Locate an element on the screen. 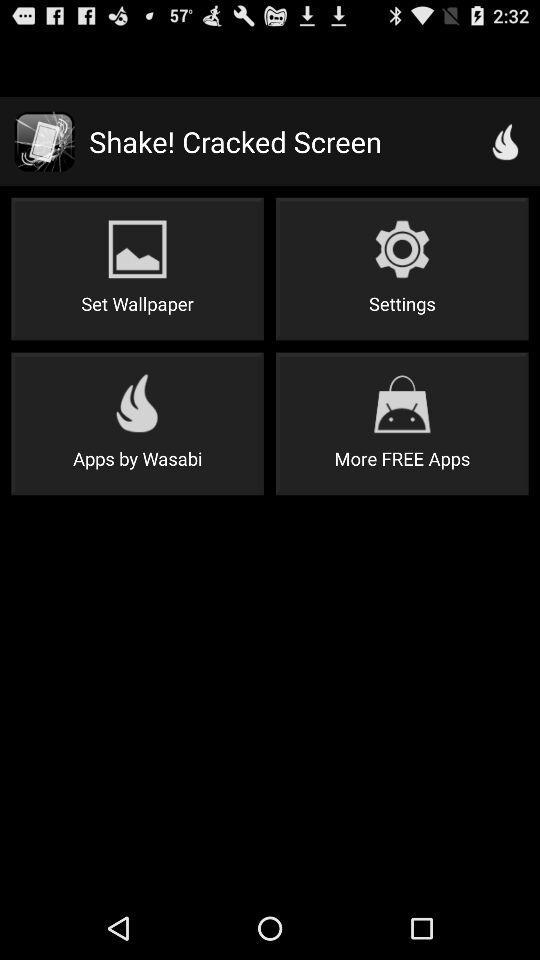  the more free apps button is located at coordinates (402, 423).